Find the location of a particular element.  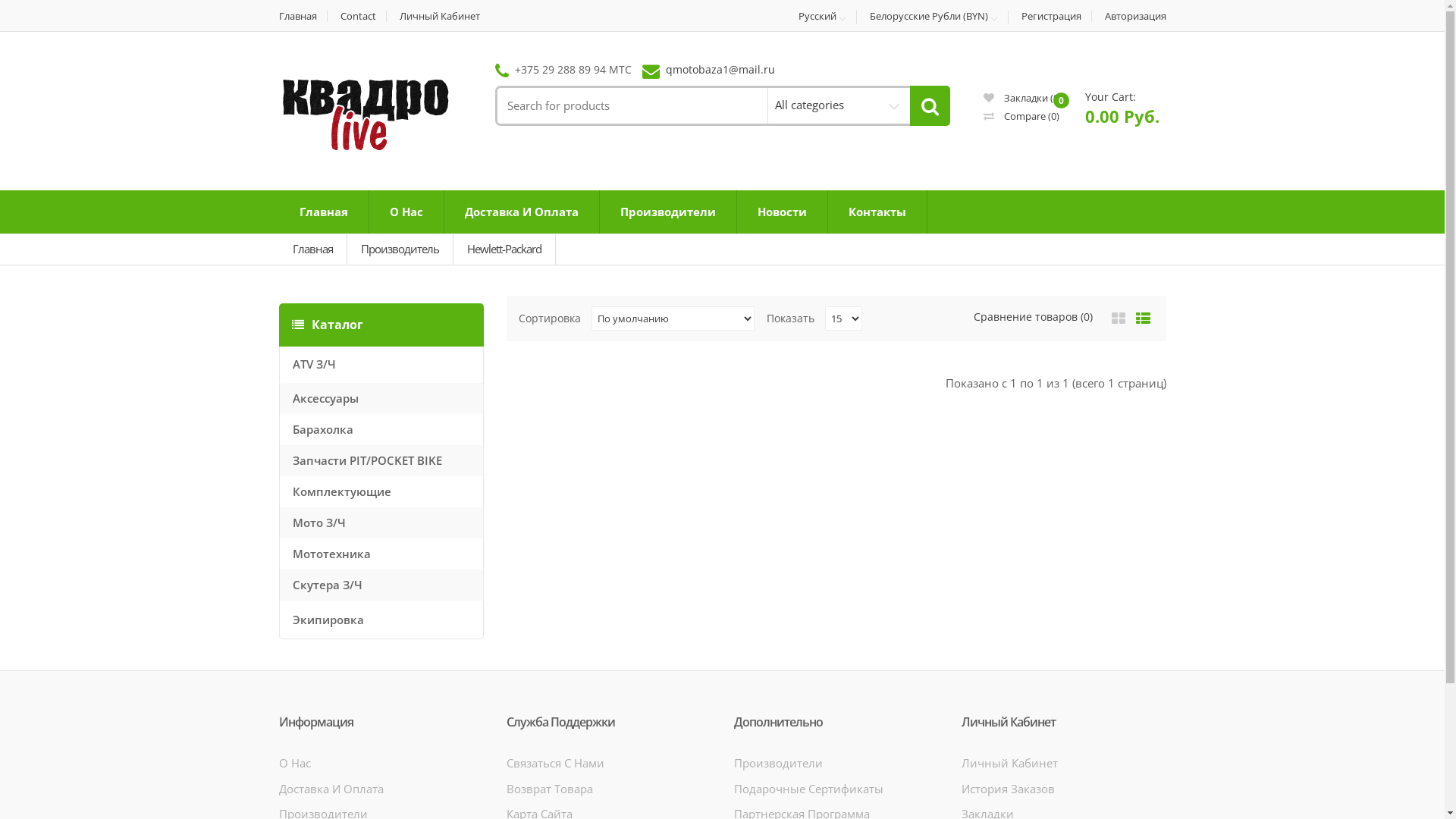

'Hewlett-Packard' is located at coordinates (504, 248).